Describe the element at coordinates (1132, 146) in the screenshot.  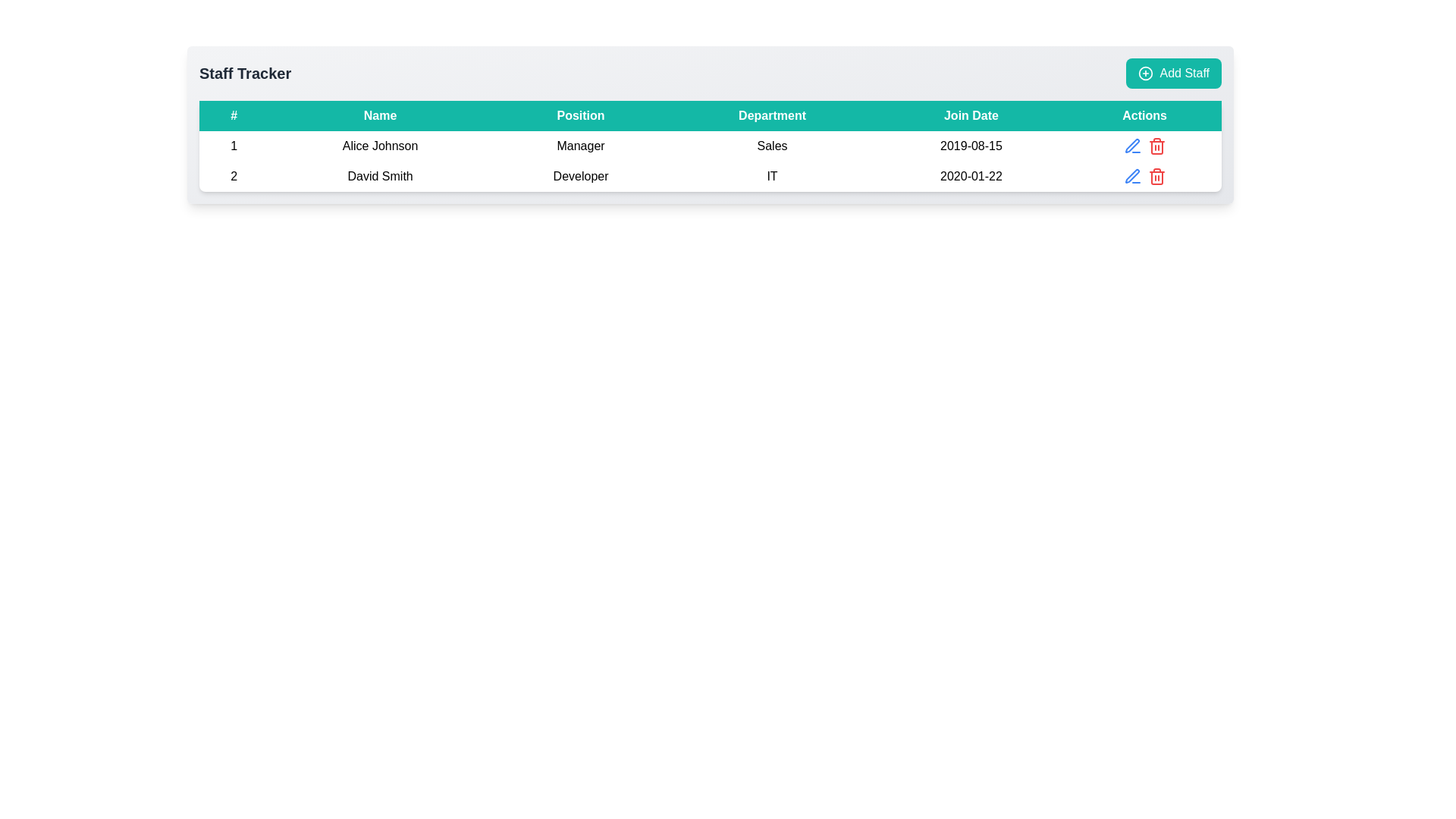
I see `the blue pen icon button for editing, located in the 'Actions' column of the second row in the table` at that location.